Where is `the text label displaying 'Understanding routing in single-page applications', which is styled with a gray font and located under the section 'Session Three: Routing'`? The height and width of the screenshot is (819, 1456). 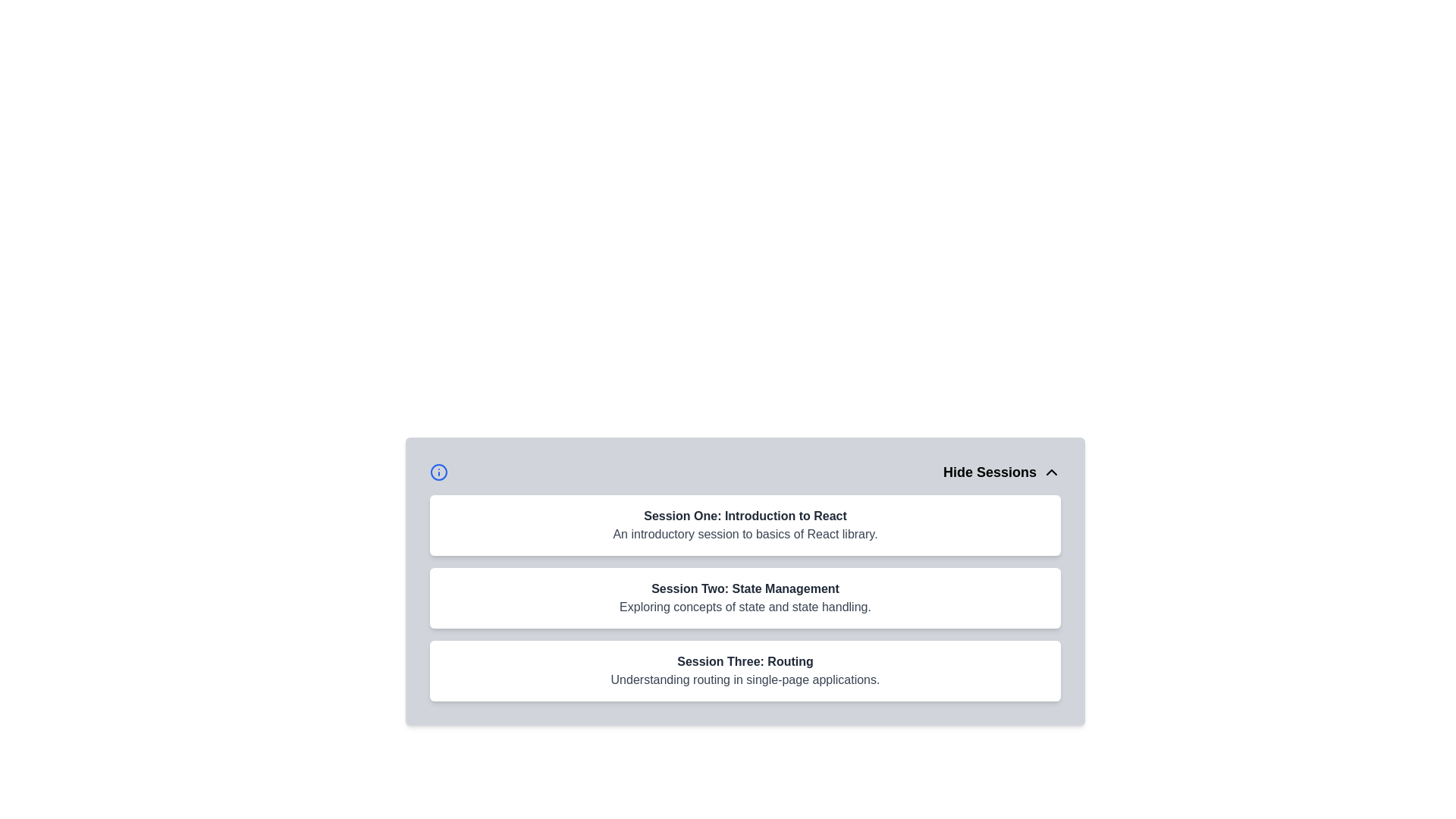
the text label displaying 'Understanding routing in single-page applications', which is styled with a gray font and located under the section 'Session Three: Routing' is located at coordinates (745, 679).